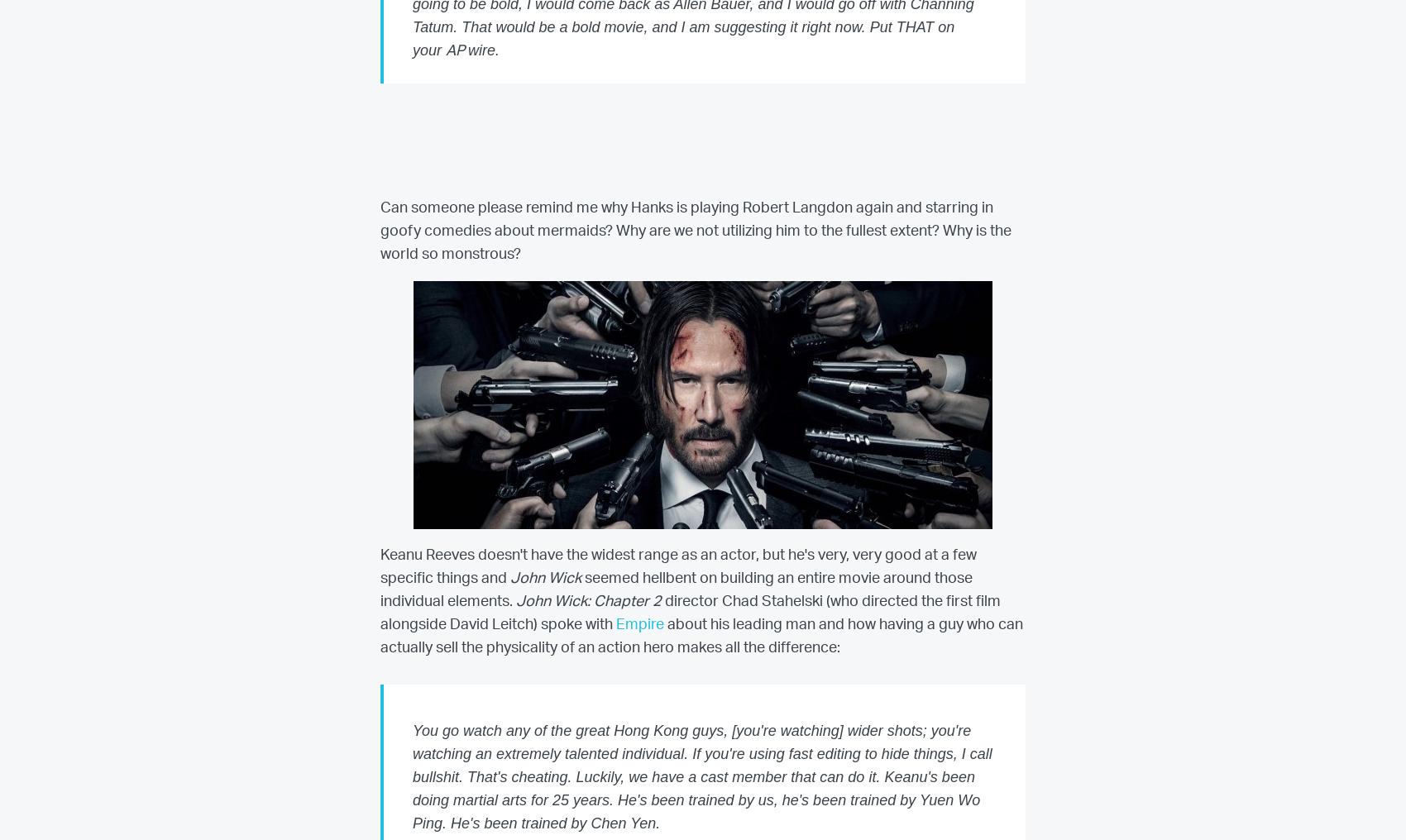 The width and height of the screenshot is (1406, 840). What do you see at coordinates (701, 776) in the screenshot?
I see `'You go watch any of the great Hong Kong guys, [you're watching] wider shots; you're watching an extremely talented individual. If you're using fast editing to hide things, I call bullshit. That's cheating. Luckily, we have a cast member that can do it. Keanu's been doing martial arts for 25 years. He's been trained by us, he's been trained by Yuen Wo Ping. He's been trained by Chen Yen.'` at bounding box center [701, 776].